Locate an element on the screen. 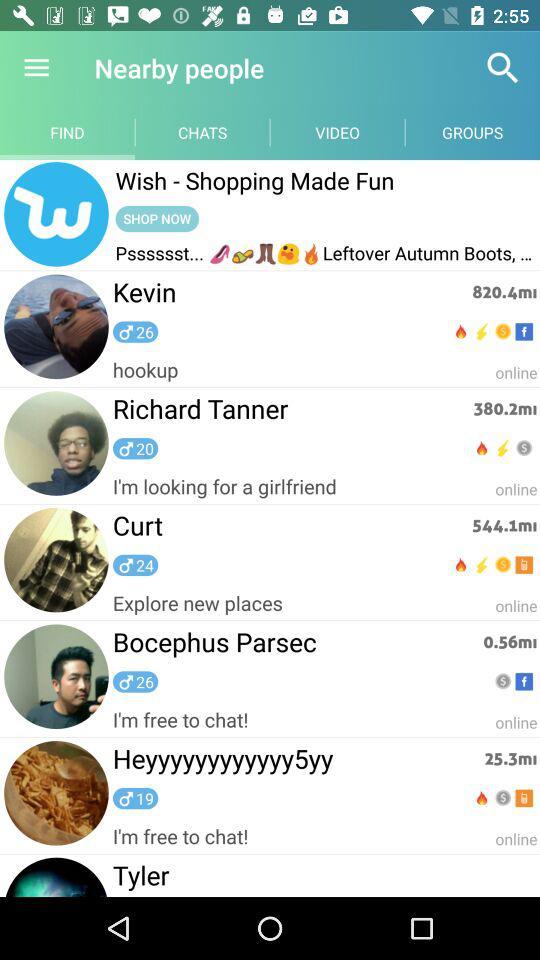 The width and height of the screenshot is (540, 960). advertisement icon for wish is located at coordinates (56, 215).